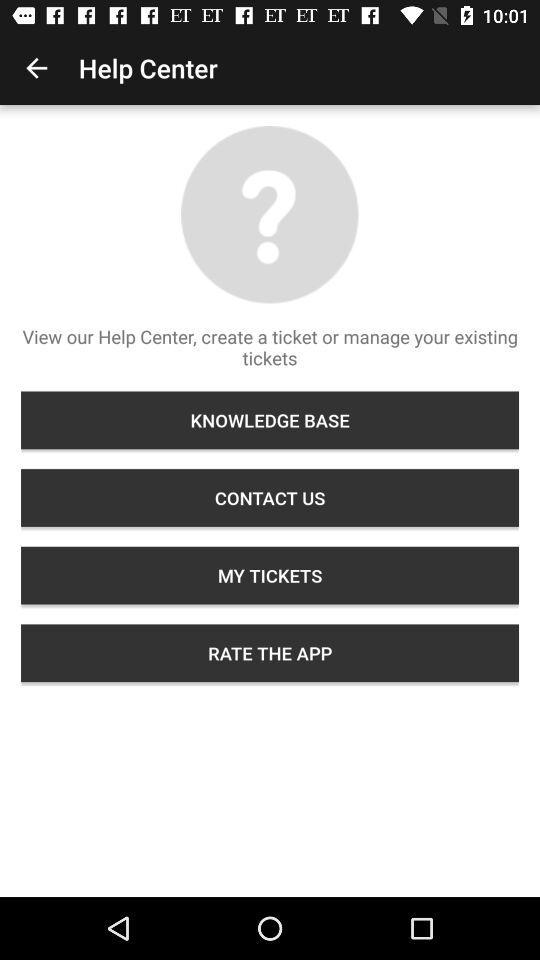  Describe the element at coordinates (270, 496) in the screenshot. I see `the item above the my tickets` at that location.